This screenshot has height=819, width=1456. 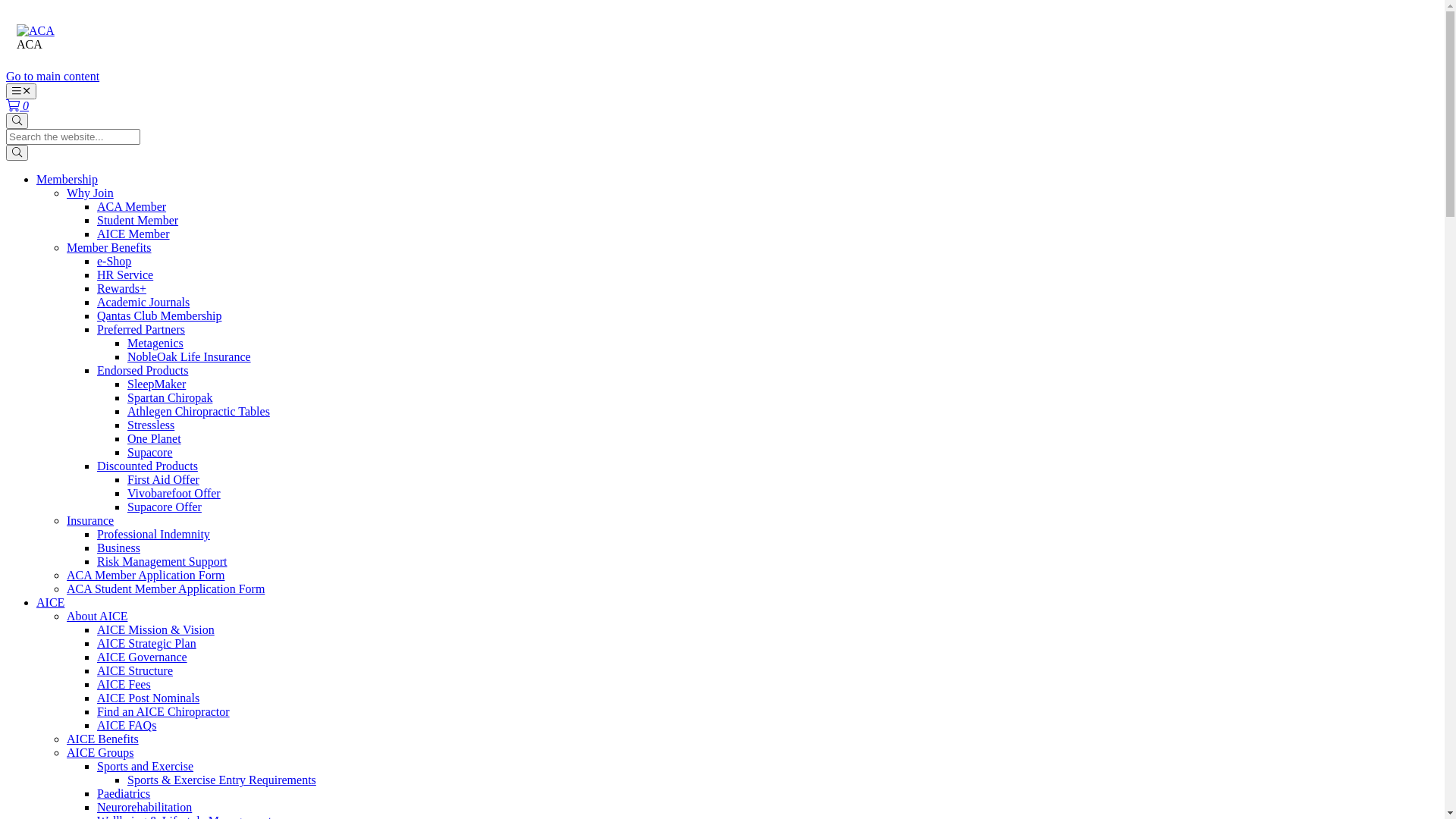 What do you see at coordinates (162, 561) in the screenshot?
I see `'Risk Management Support'` at bounding box center [162, 561].